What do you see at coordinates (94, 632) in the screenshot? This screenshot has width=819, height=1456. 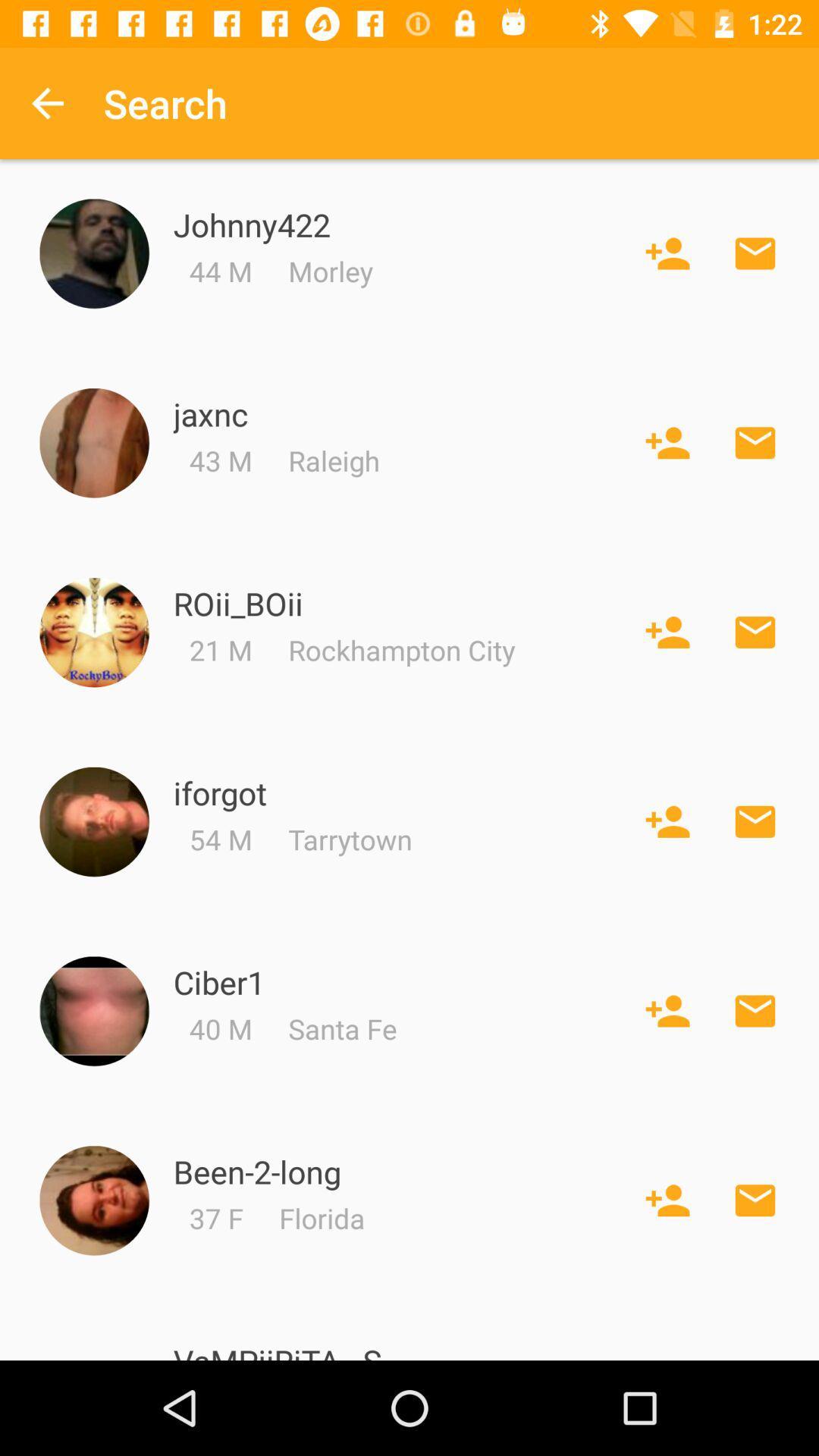 I see `profile` at bounding box center [94, 632].